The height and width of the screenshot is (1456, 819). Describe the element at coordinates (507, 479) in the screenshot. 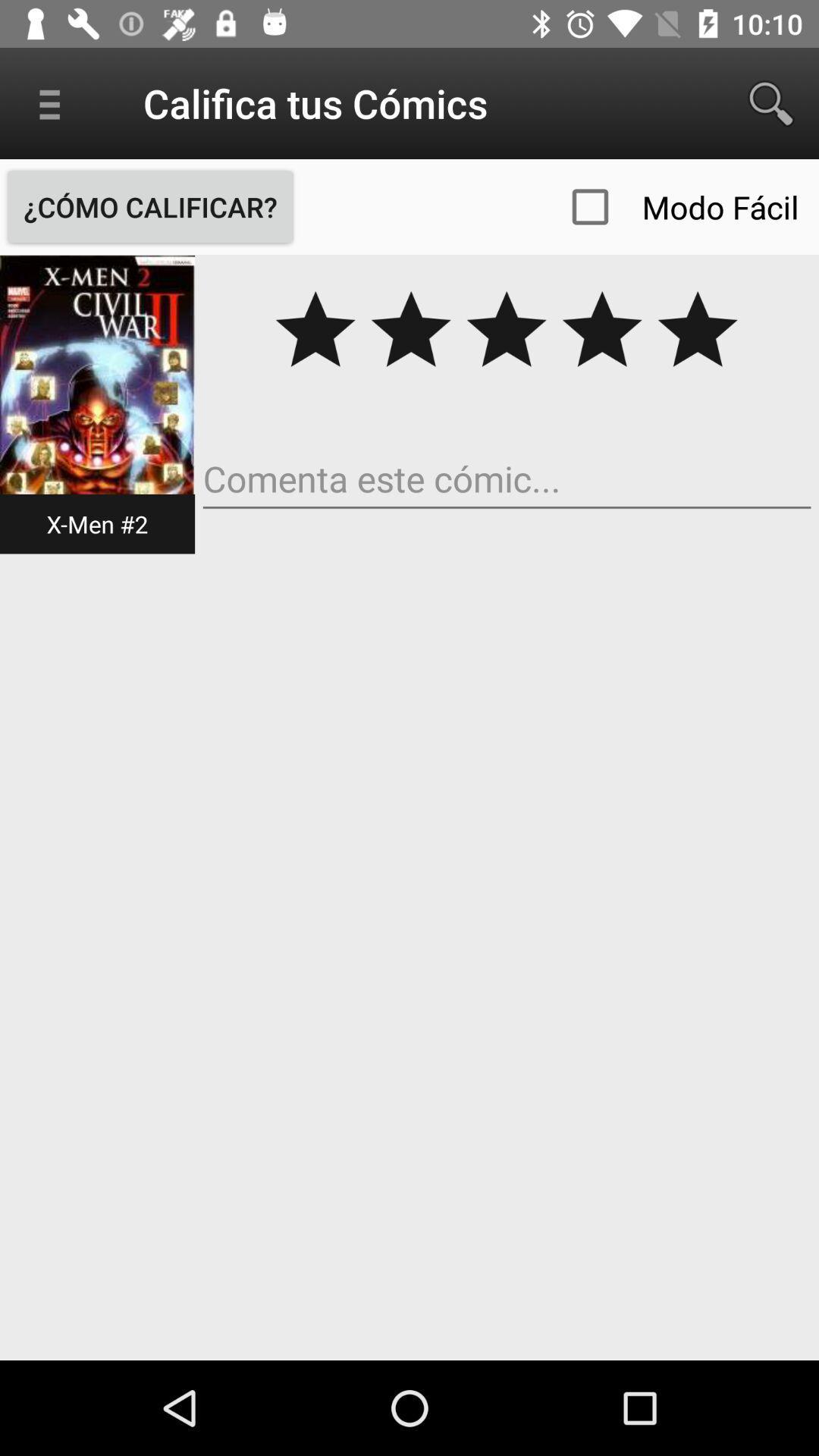

I see `leave a comment` at that location.